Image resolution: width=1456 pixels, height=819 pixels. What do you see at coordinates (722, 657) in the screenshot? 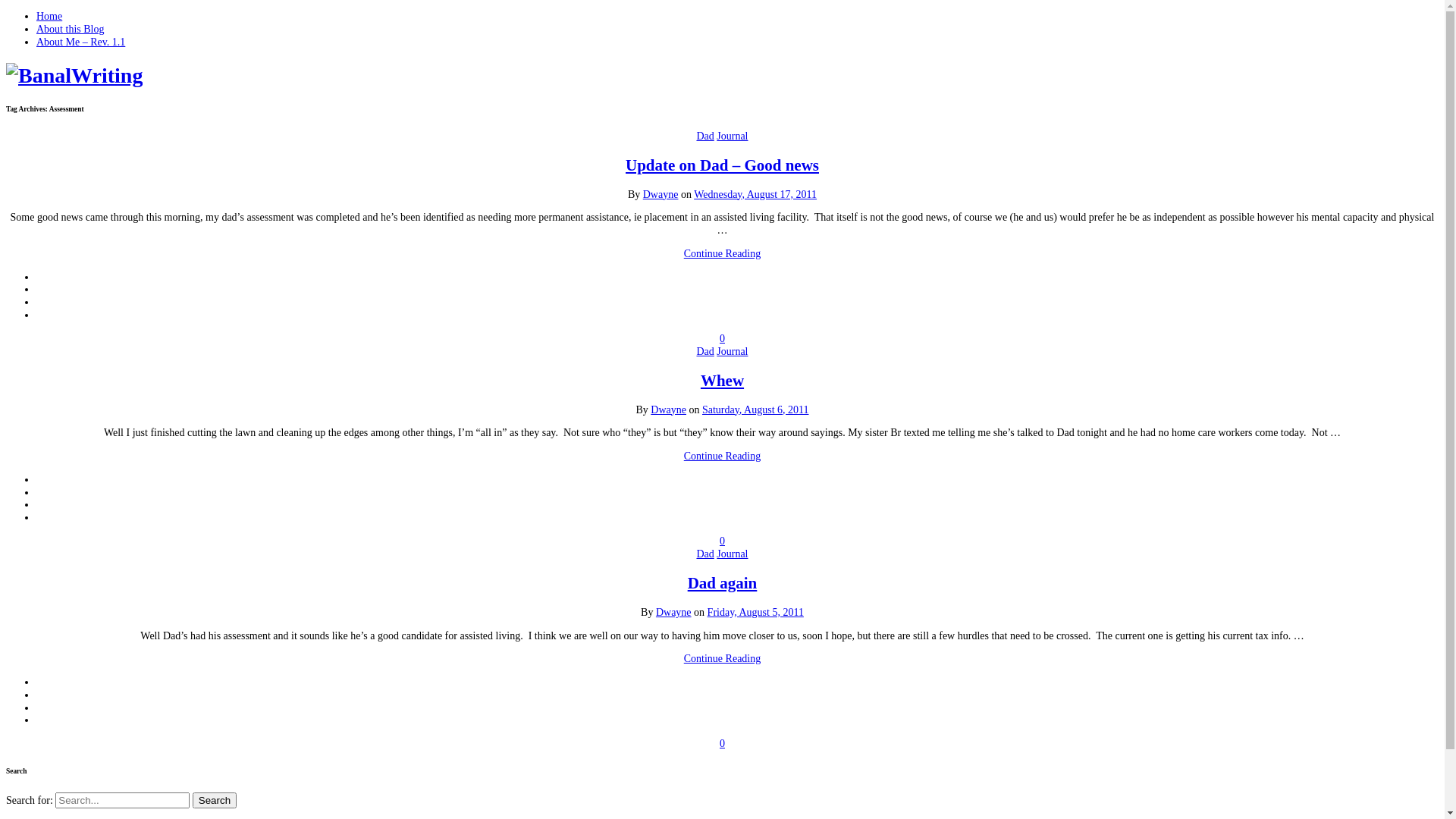
I see `'Continue Reading'` at bounding box center [722, 657].